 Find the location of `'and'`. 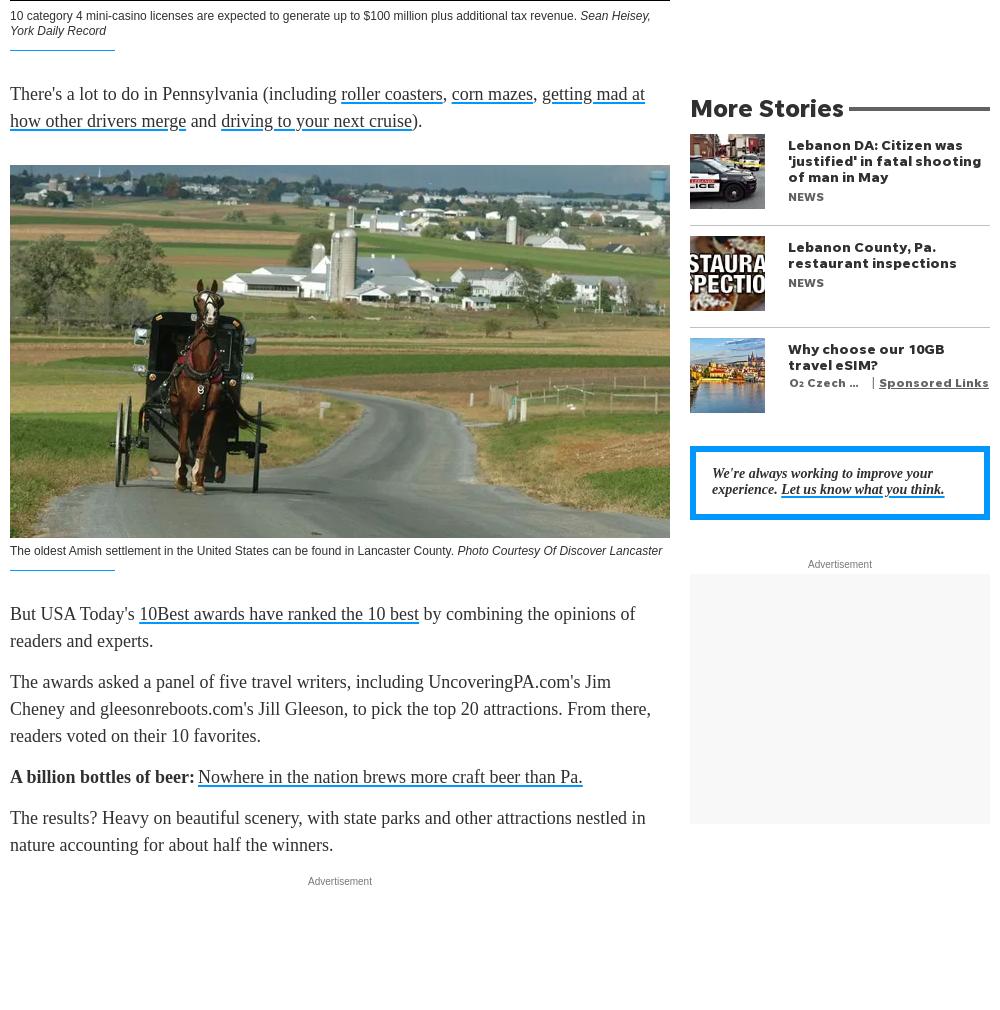

'and' is located at coordinates (202, 119).